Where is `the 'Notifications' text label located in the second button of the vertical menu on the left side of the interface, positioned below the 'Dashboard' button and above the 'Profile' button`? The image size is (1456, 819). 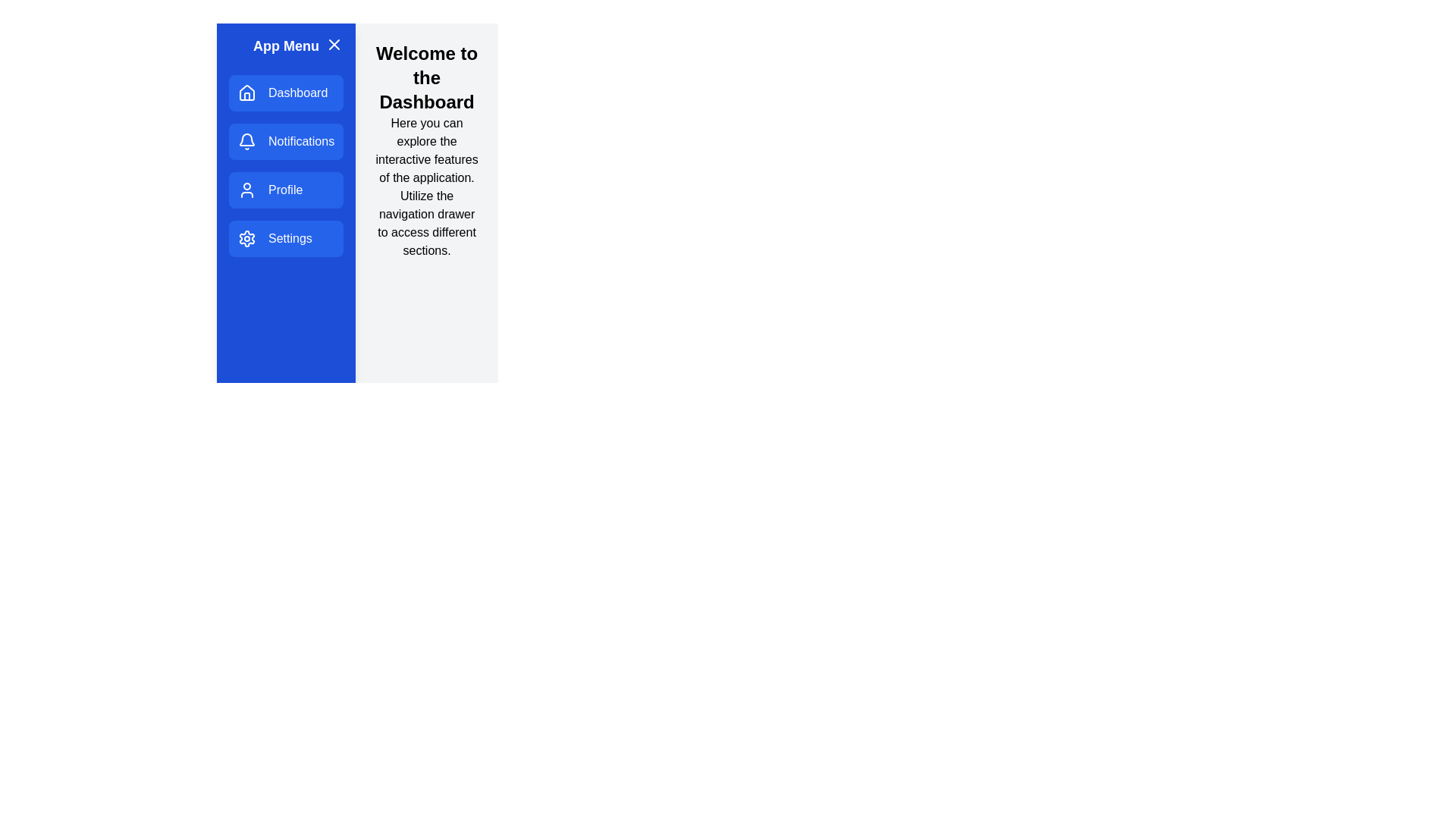
the 'Notifications' text label located in the second button of the vertical menu on the left side of the interface, positioned below the 'Dashboard' button and above the 'Profile' button is located at coordinates (301, 141).